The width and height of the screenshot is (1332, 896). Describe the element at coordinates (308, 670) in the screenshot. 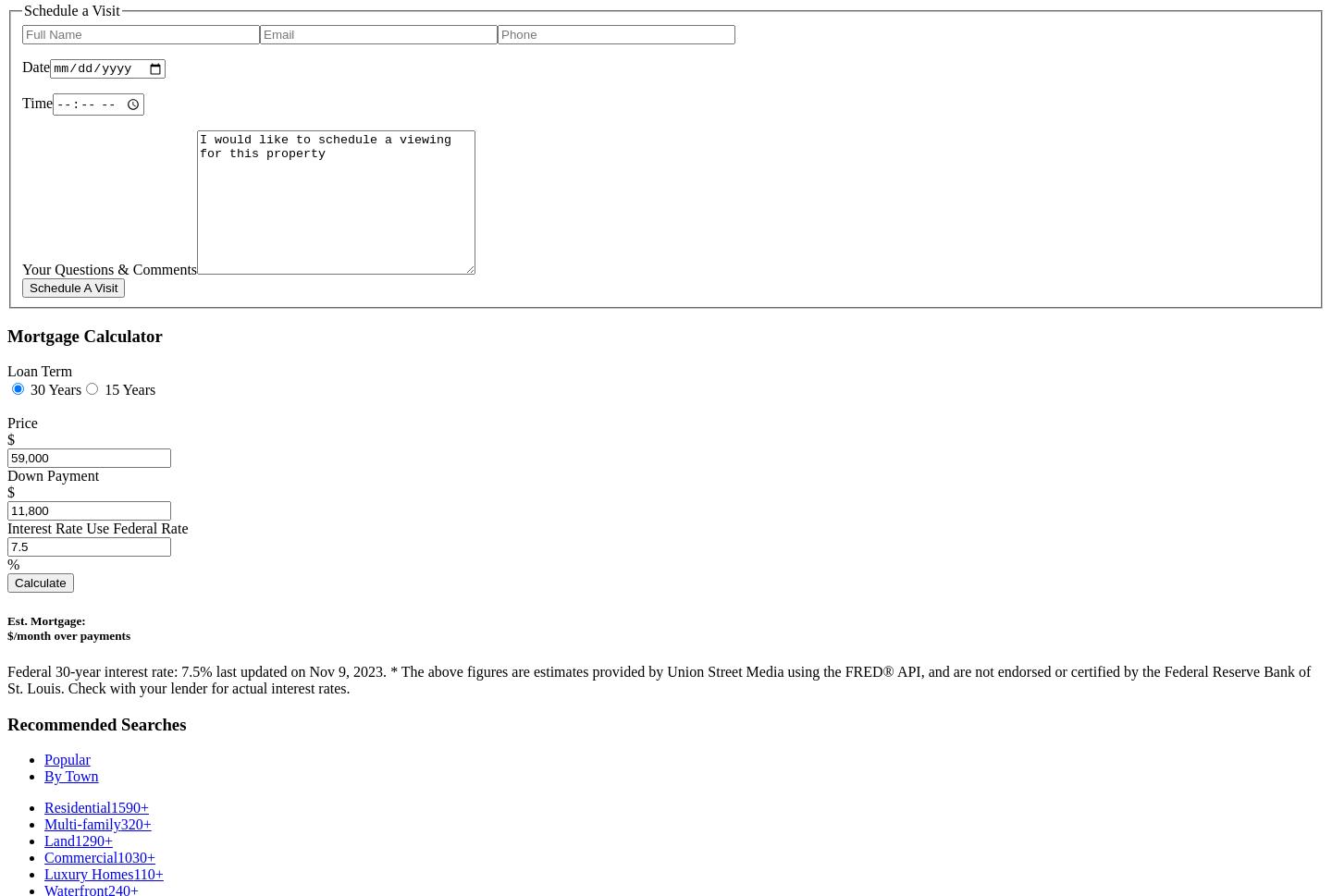

I see `'Nov 9, 2023.'` at that location.